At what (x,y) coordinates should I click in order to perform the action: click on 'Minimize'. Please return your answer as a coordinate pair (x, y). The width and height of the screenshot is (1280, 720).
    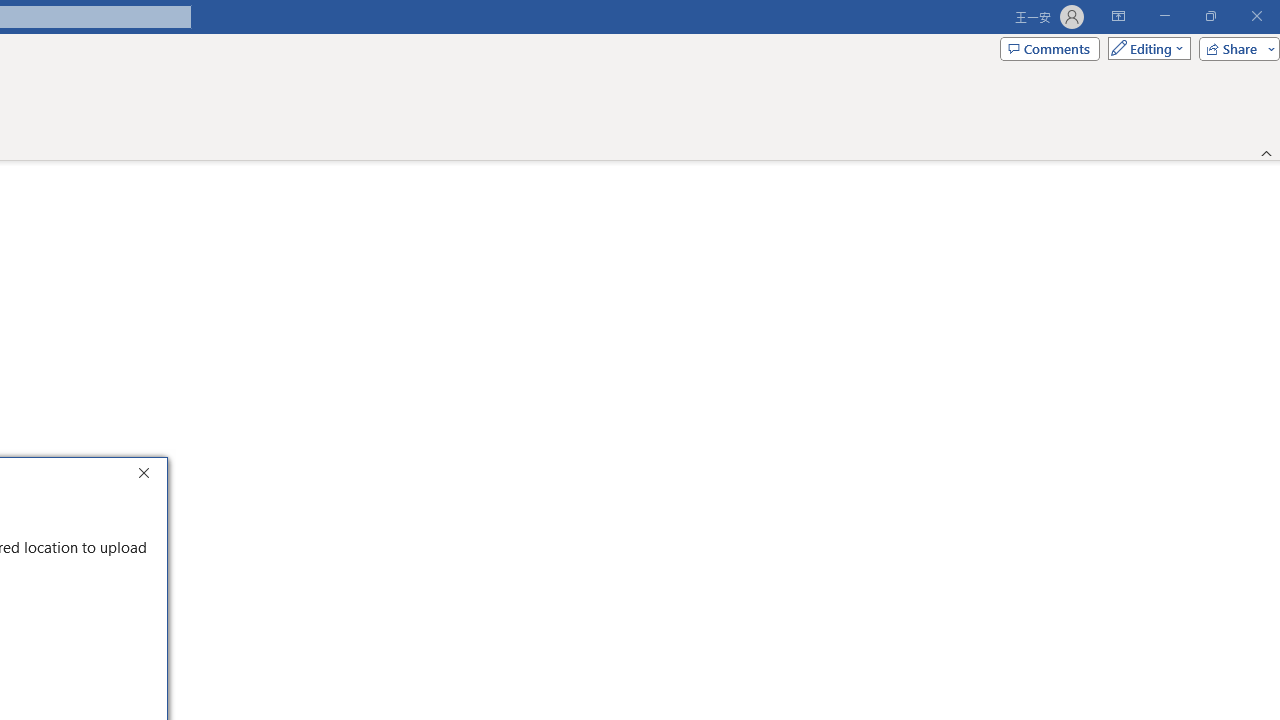
    Looking at the image, I should click on (1164, 16).